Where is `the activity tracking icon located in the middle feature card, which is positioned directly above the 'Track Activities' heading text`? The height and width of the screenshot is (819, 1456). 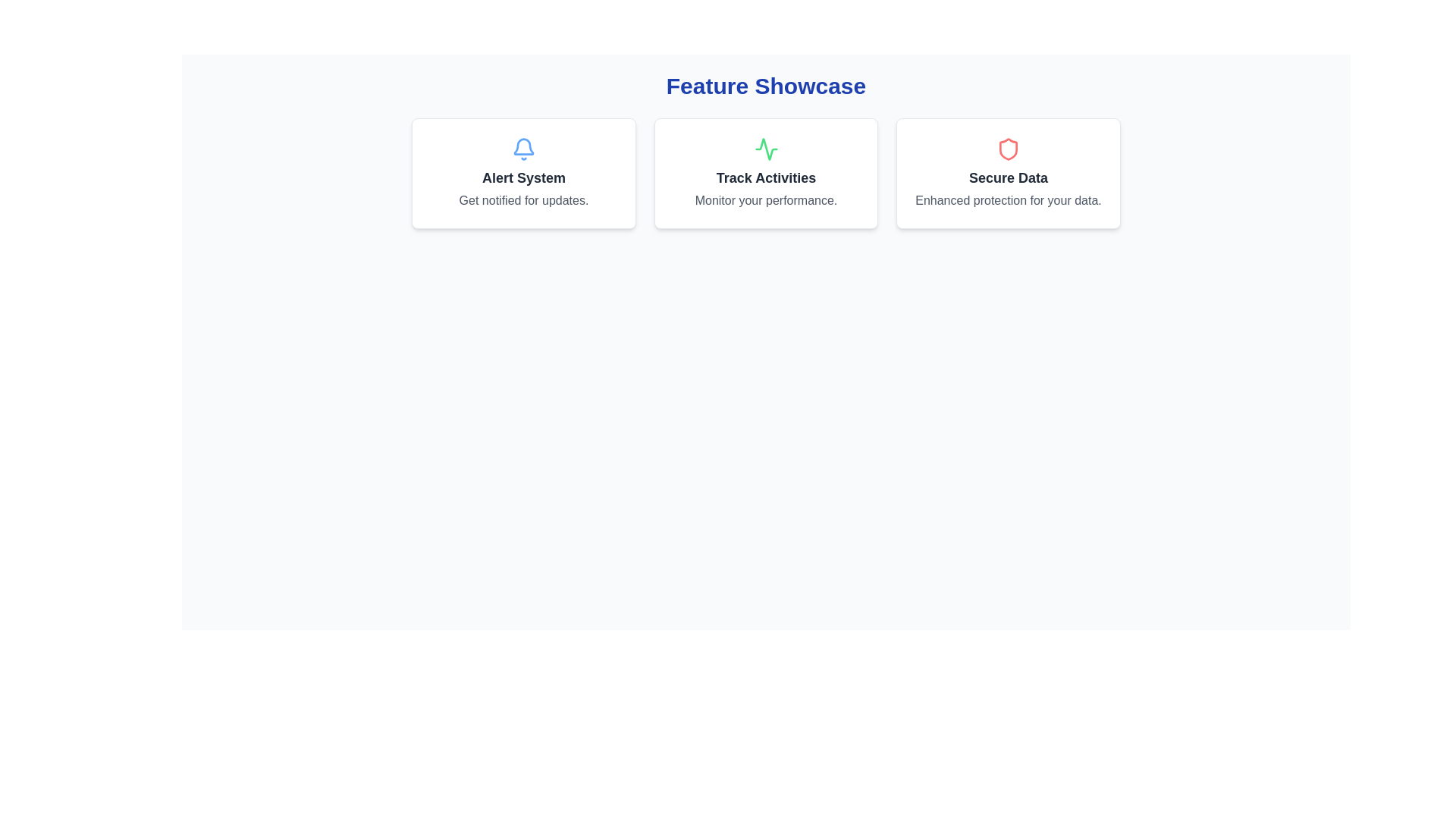
the activity tracking icon located in the middle feature card, which is positioned directly above the 'Track Activities' heading text is located at coordinates (766, 149).